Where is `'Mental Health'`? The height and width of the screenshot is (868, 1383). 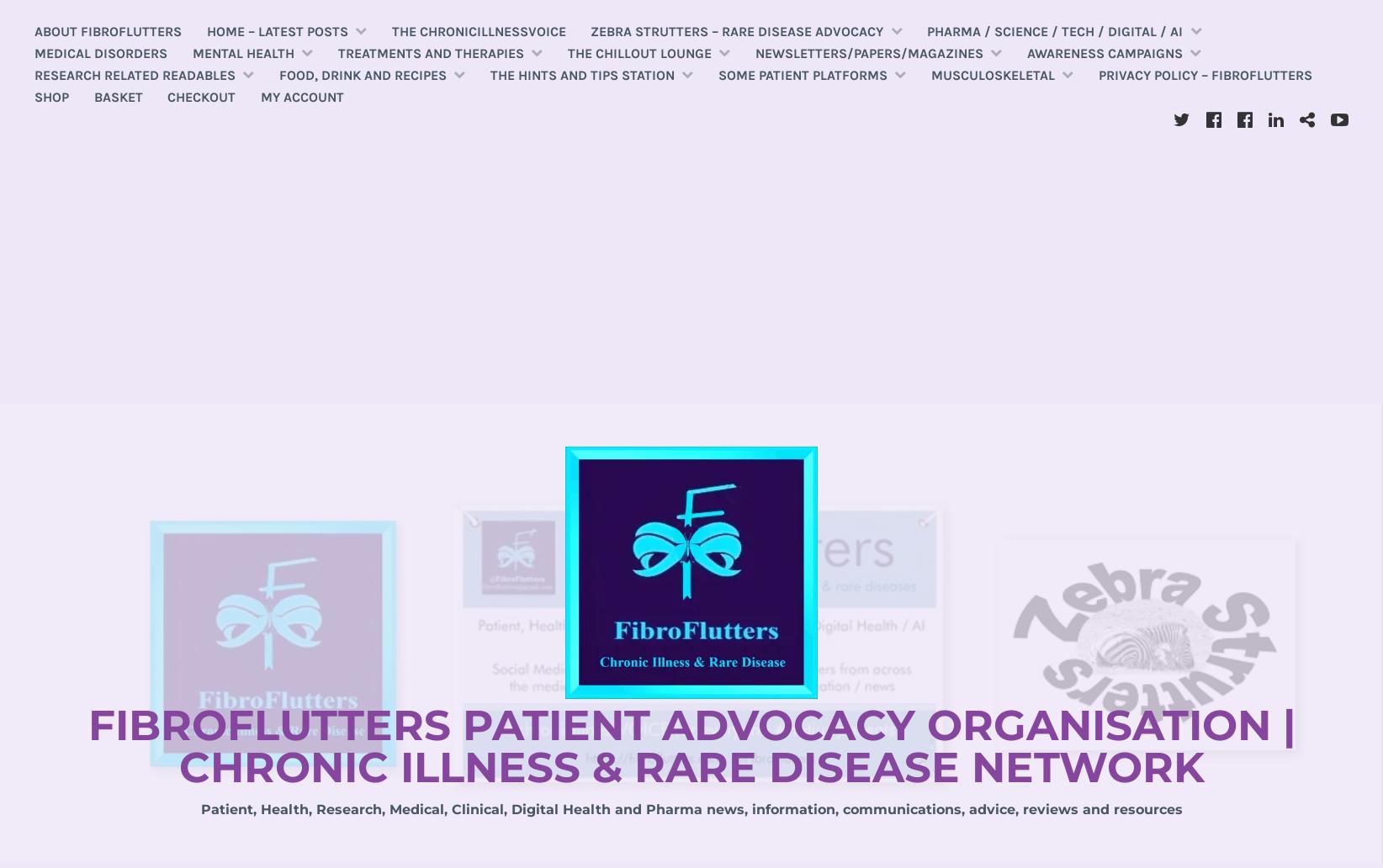
'Mental Health' is located at coordinates (242, 52).